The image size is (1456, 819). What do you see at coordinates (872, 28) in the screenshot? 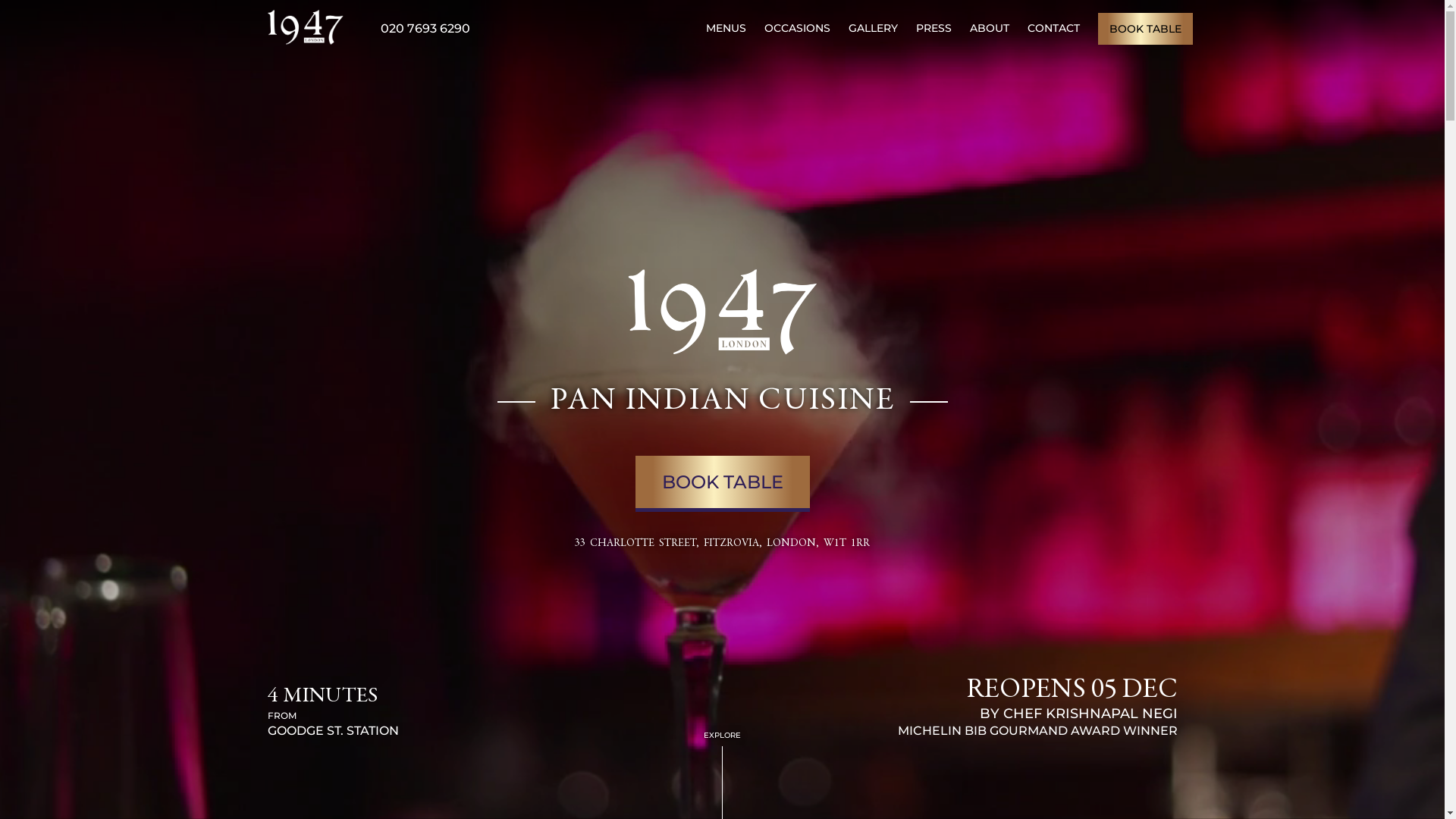
I see `'GALLERY'` at bounding box center [872, 28].